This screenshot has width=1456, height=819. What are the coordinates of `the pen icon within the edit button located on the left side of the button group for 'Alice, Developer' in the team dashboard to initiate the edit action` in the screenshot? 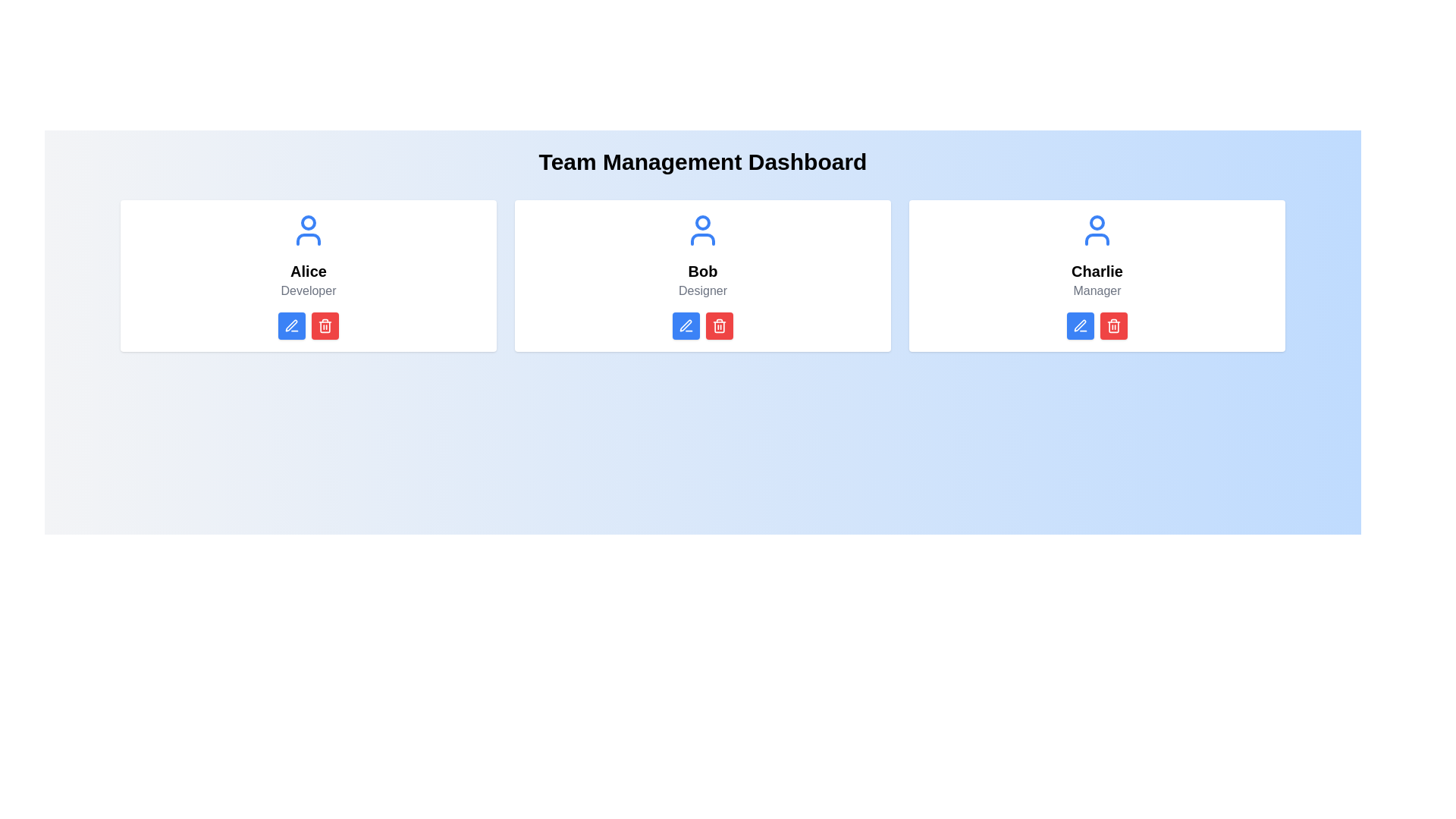 It's located at (291, 325).